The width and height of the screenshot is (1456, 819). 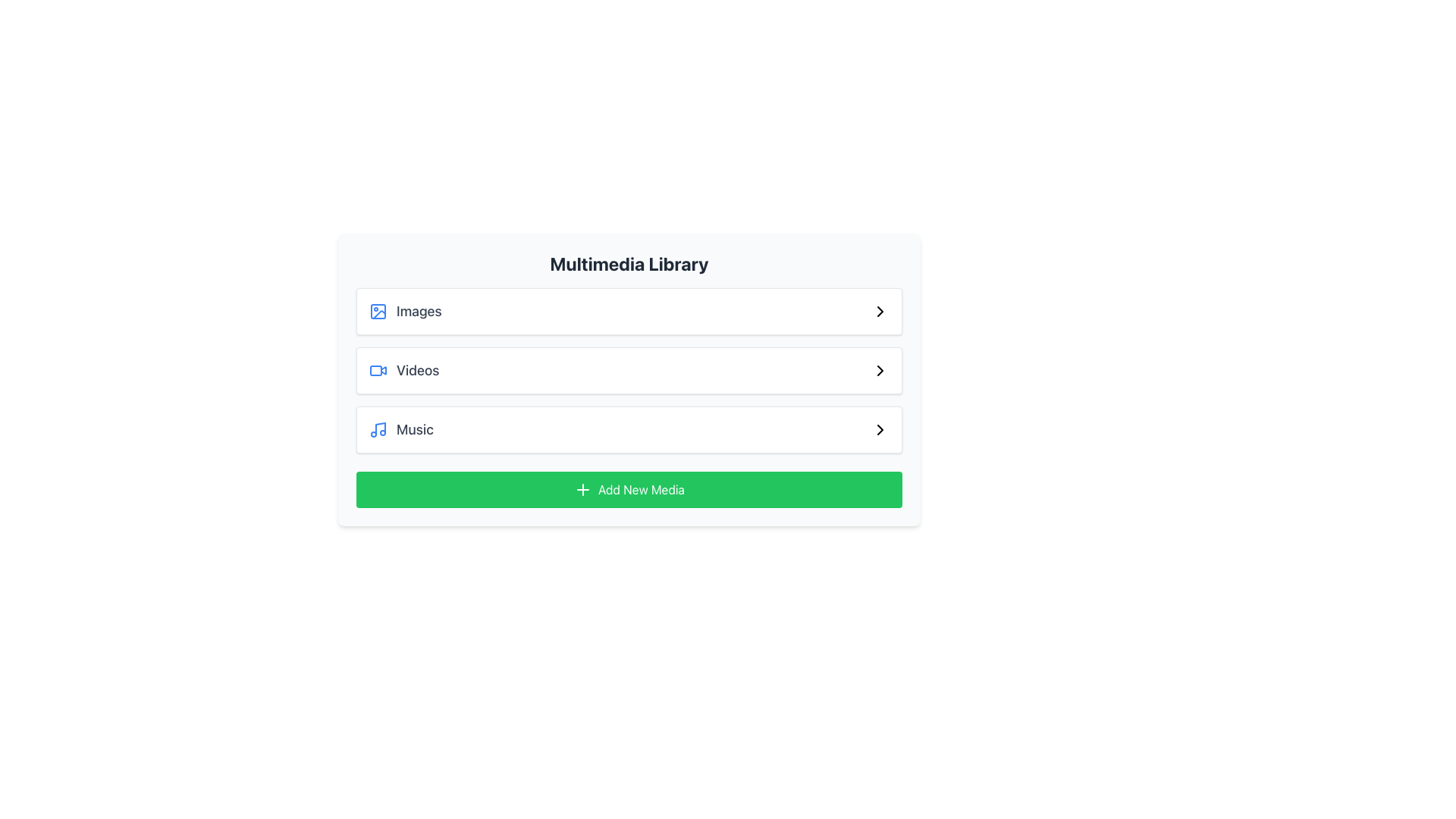 I want to click on the second selectable list item in the Multimedia Library, which is positioned between the Images and Music options, so click(x=629, y=371).